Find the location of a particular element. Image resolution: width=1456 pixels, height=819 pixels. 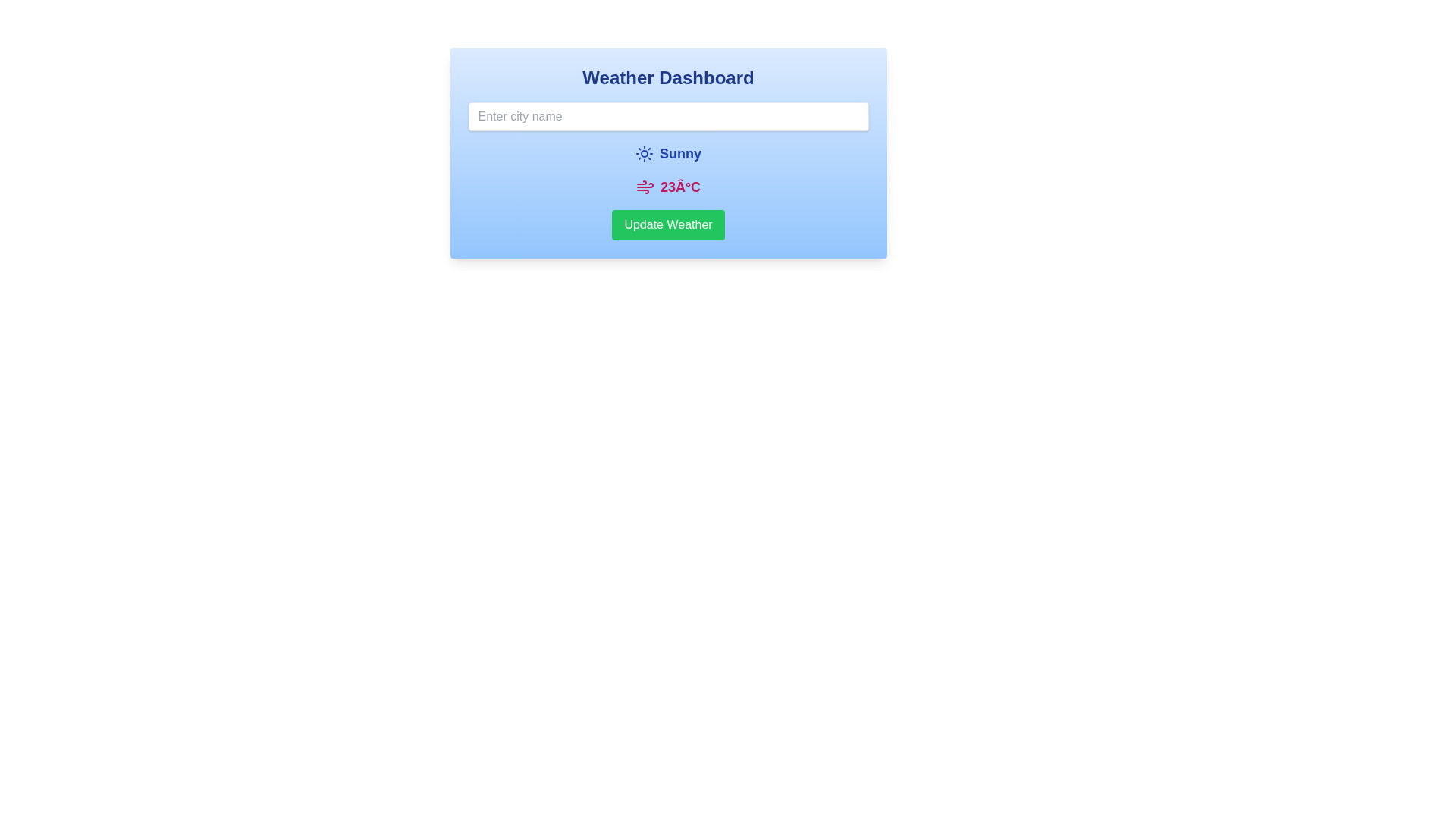

the sunny weather icon located to the left of the text 'Sunny' in the Weather Dashboard section is located at coordinates (644, 154).